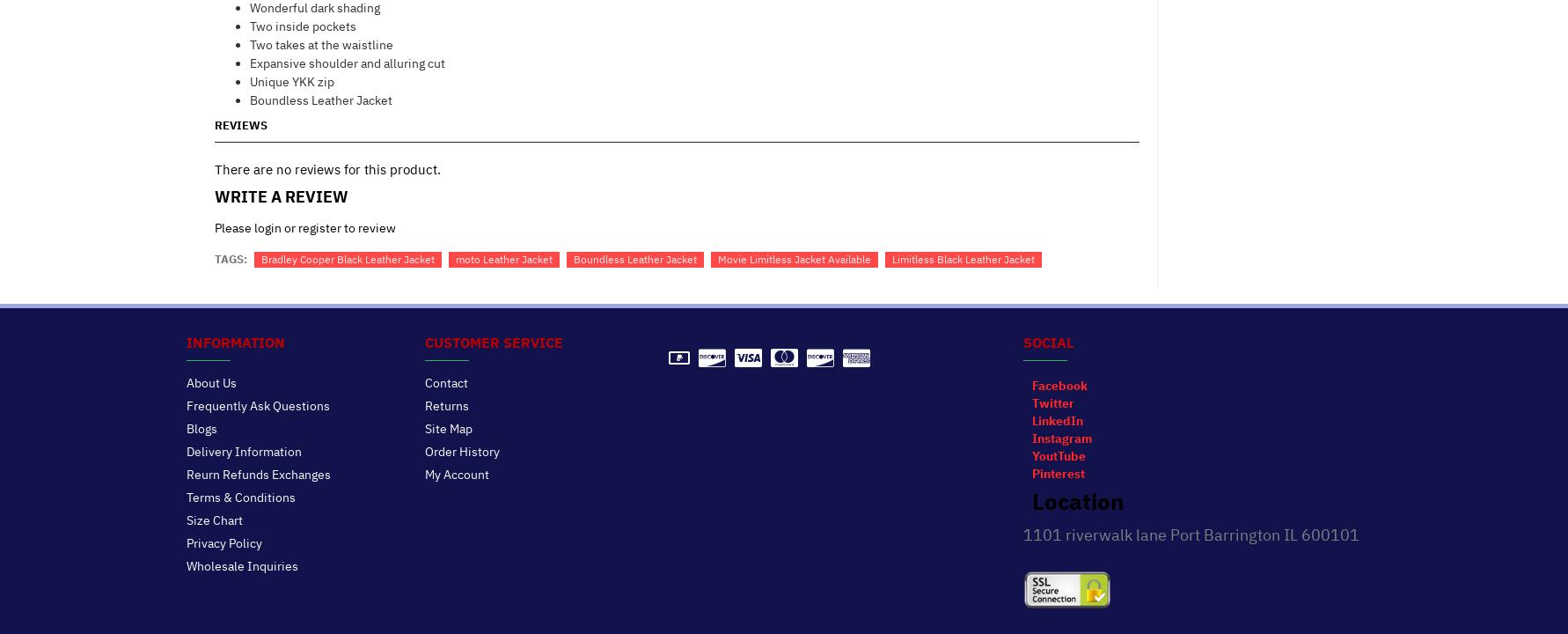  What do you see at coordinates (461, 449) in the screenshot?
I see `'Order History'` at bounding box center [461, 449].